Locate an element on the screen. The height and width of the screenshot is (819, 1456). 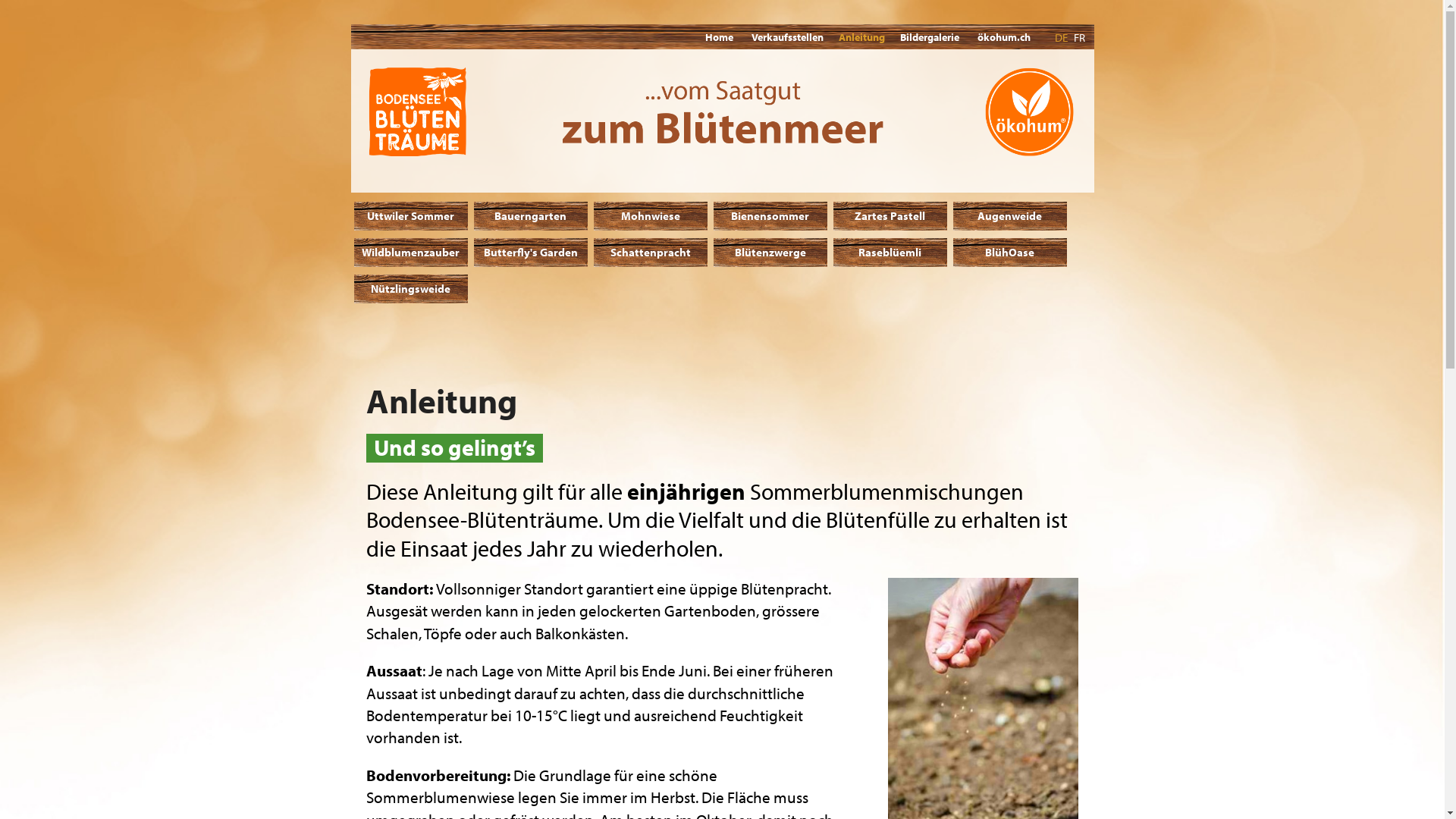
'FR' is located at coordinates (1078, 38).